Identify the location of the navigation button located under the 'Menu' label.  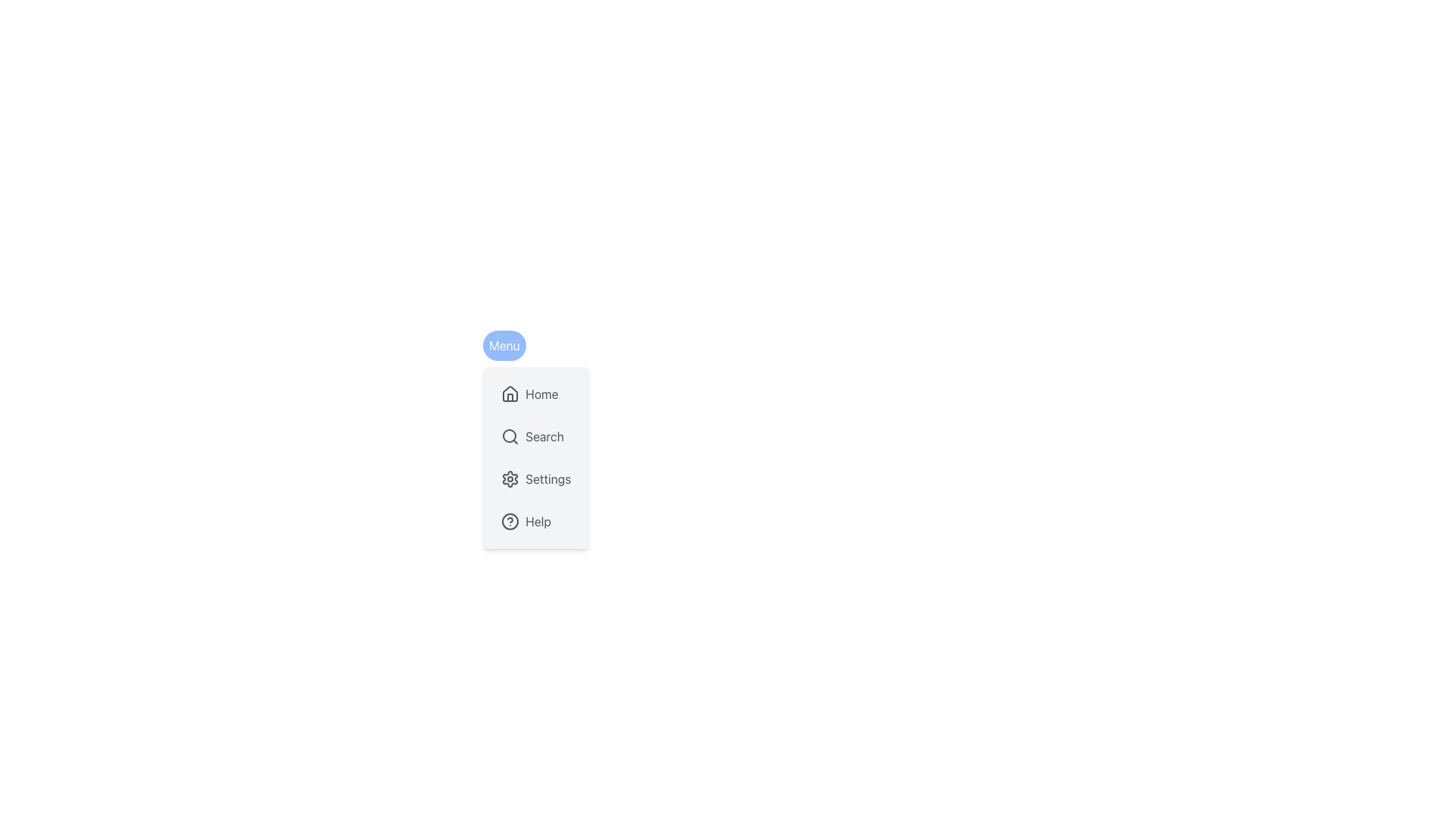
(536, 393).